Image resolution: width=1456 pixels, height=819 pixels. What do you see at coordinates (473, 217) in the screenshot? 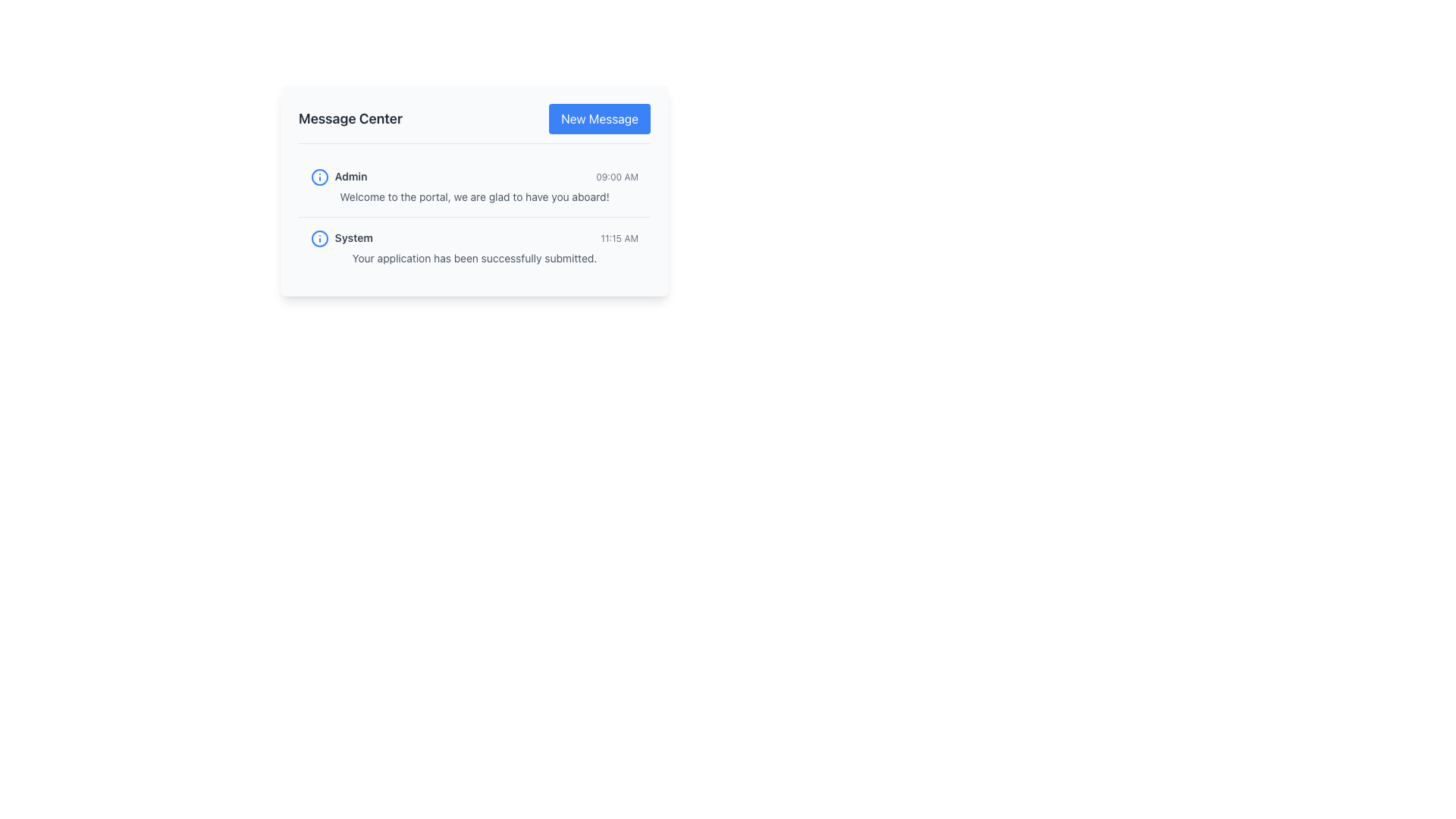
I see `the Message List section that displays a conversation log with messages from 'Admin' and 'System', including timestamps and message bodies` at bounding box center [473, 217].